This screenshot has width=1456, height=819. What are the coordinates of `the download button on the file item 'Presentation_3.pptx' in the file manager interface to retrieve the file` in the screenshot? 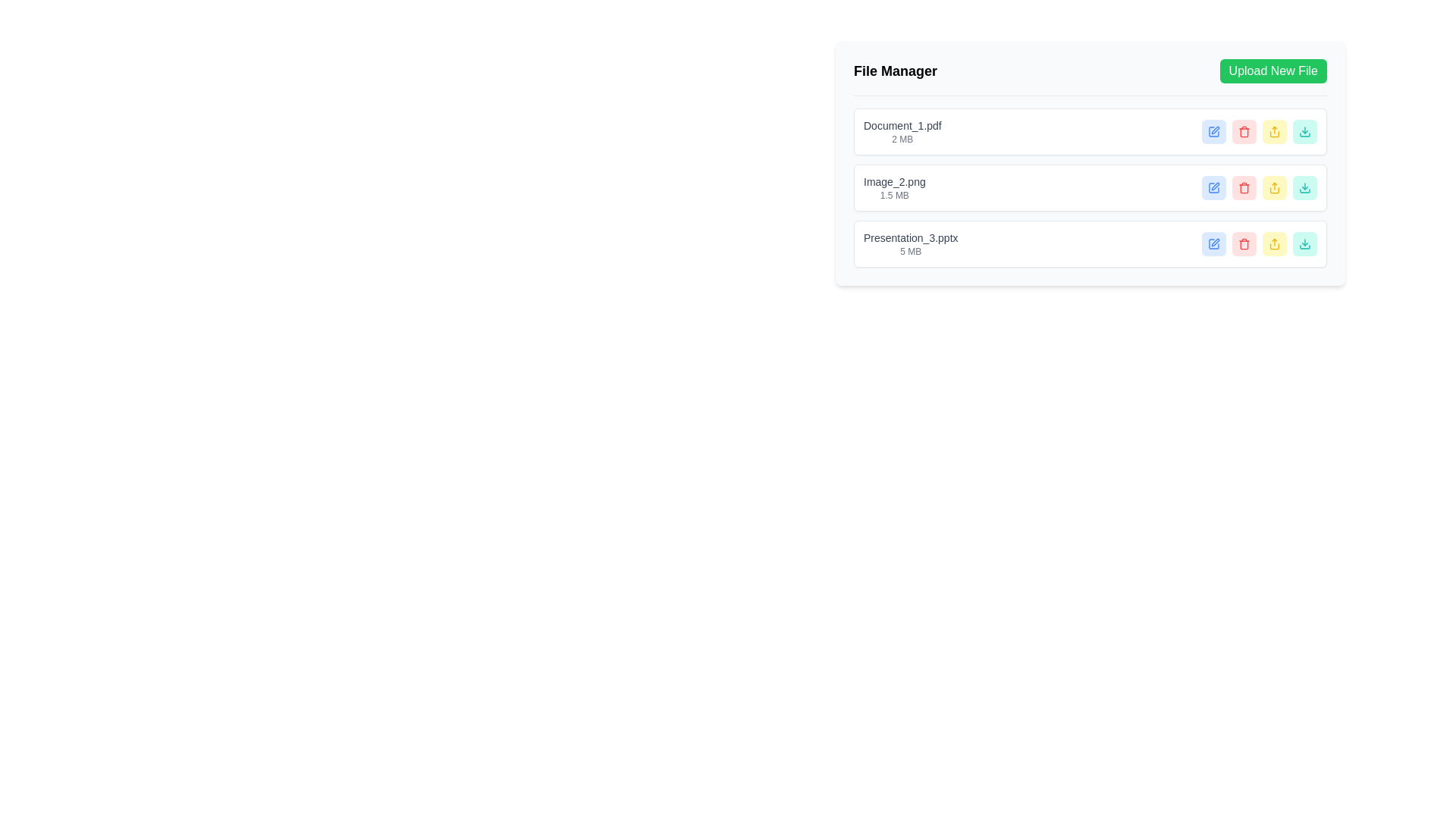 It's located at (1090, 243).